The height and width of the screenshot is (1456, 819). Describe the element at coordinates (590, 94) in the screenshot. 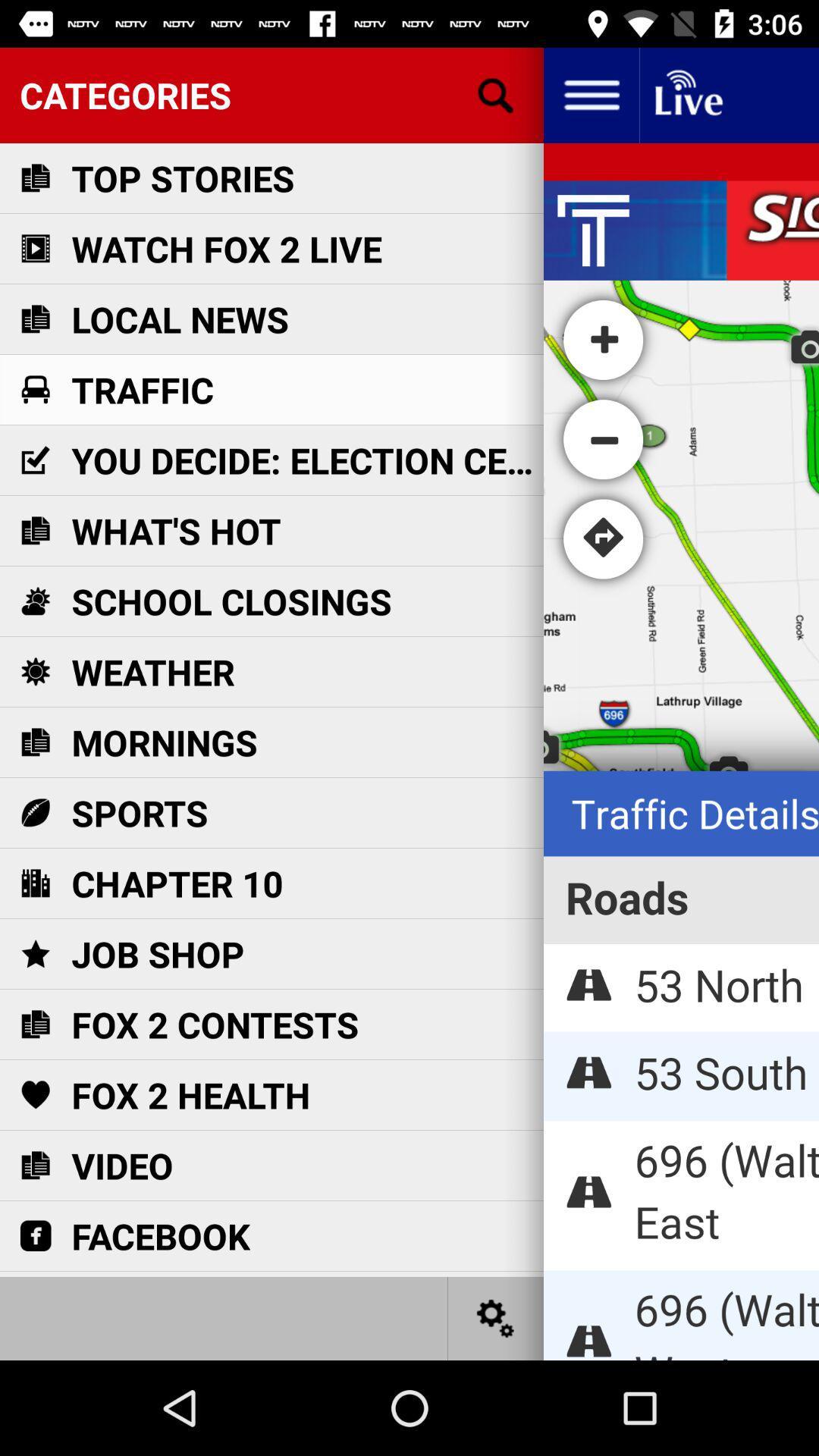

I see `the menu icon` at that location.